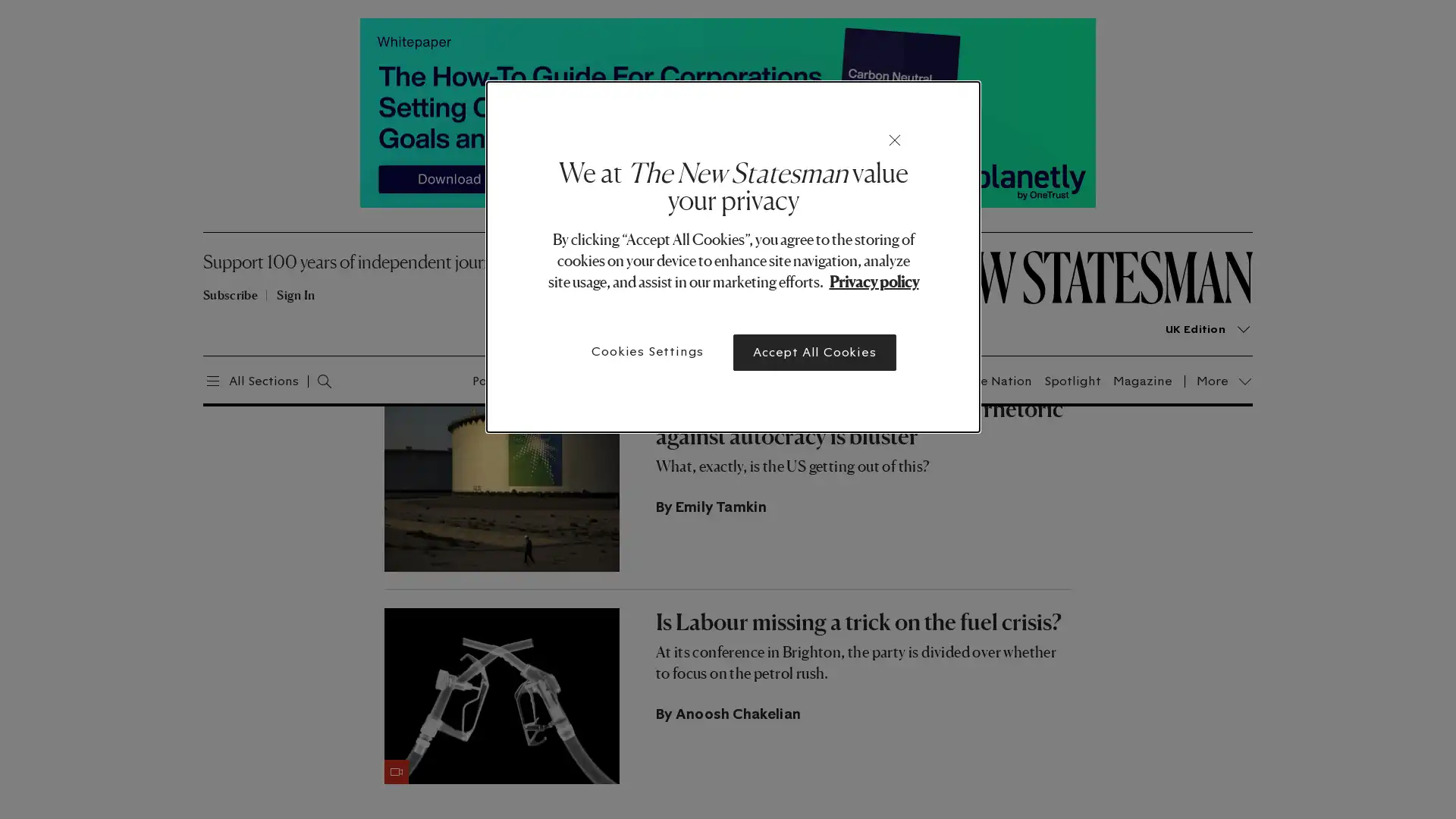 Image resolution: width=1456 pixels, height=819 pixels. Describe the element at coordinates (648, 351) in the screenshot. I see `Cookies Settings` at that location.